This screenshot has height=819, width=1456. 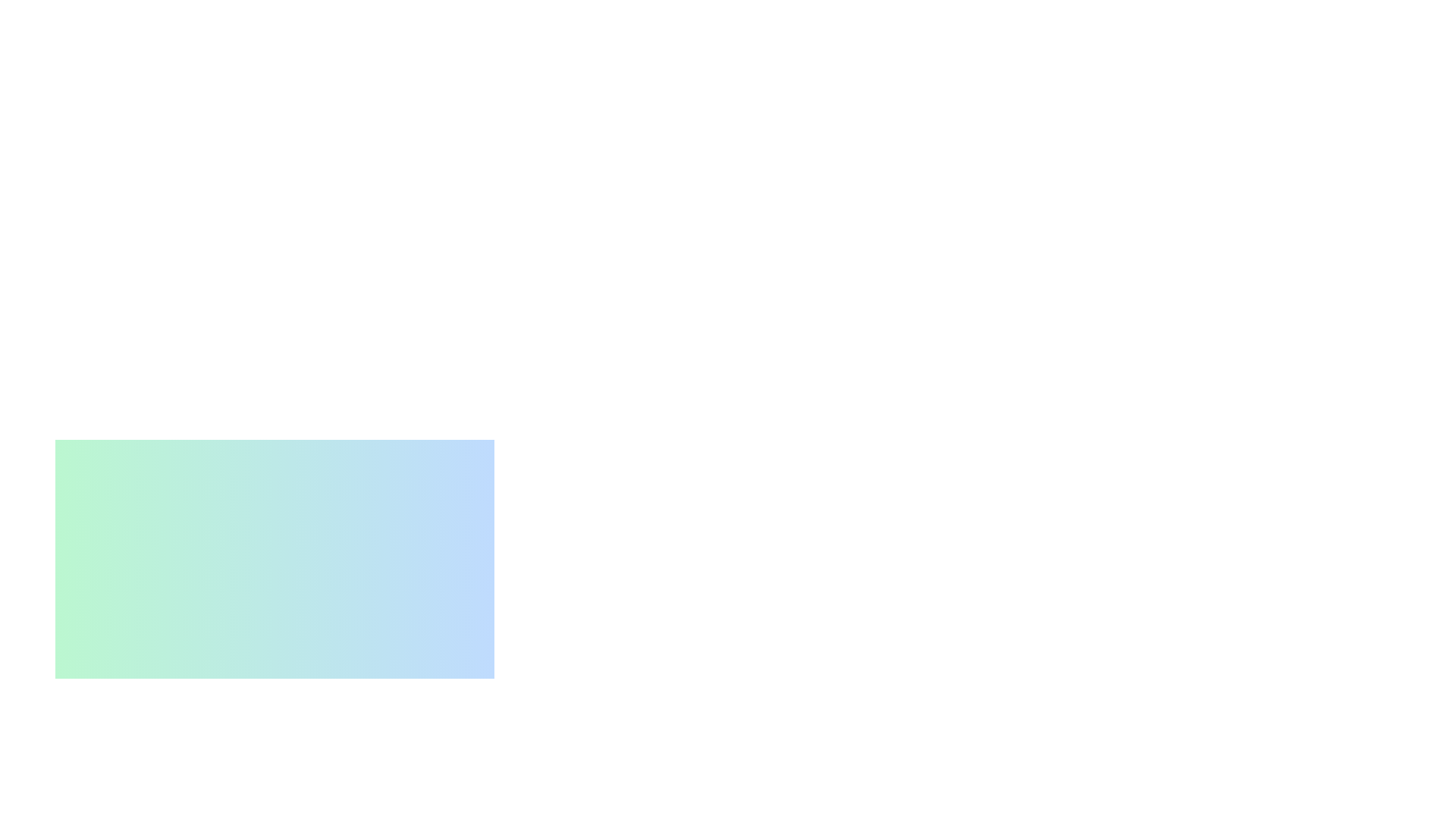 I want to click on the menu item corresponding to Power Settings to observe its hover effect, so click(x=204, y=809).